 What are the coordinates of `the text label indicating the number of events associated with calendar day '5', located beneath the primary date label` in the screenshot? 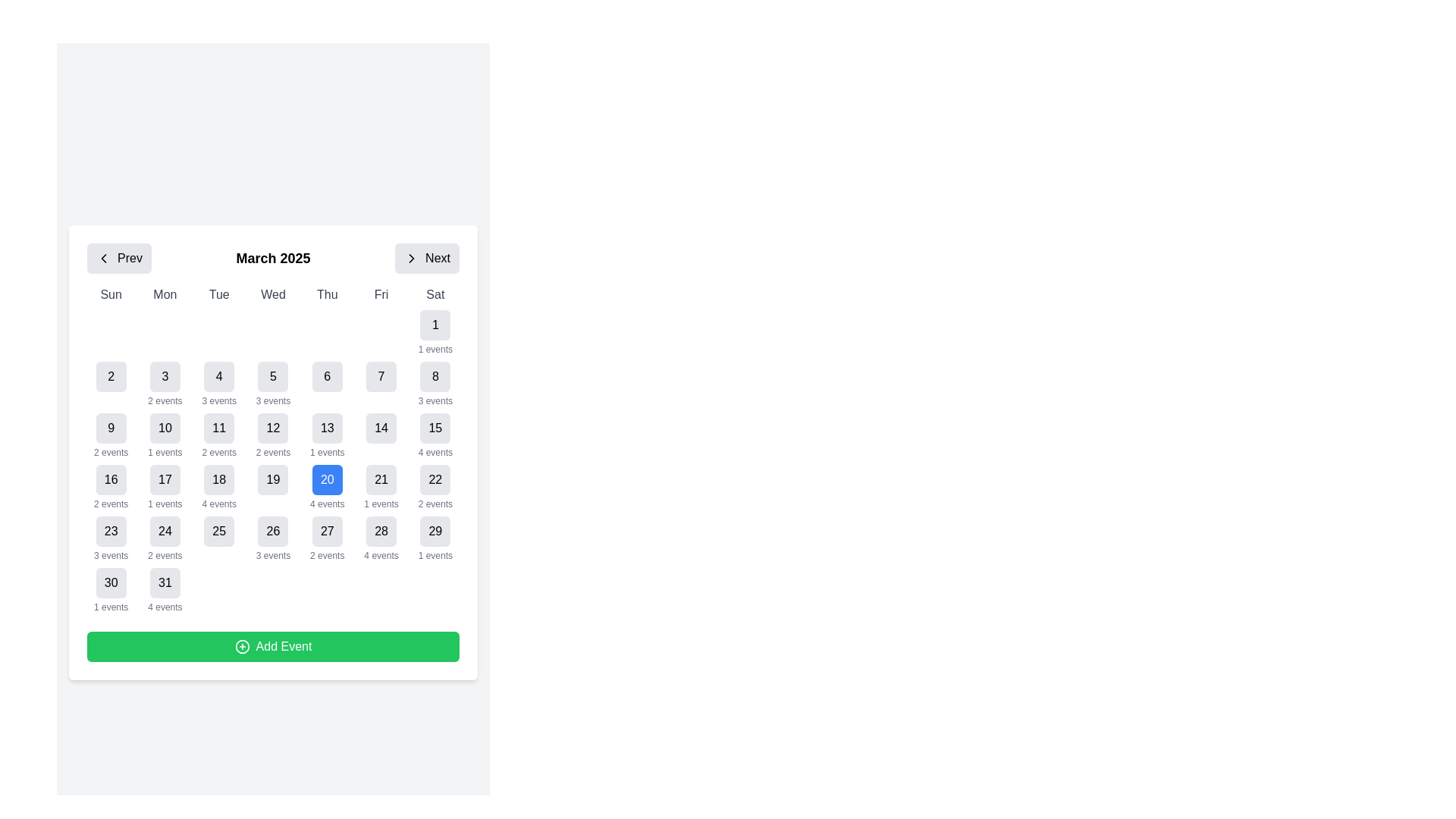 It's located at (273, 400).